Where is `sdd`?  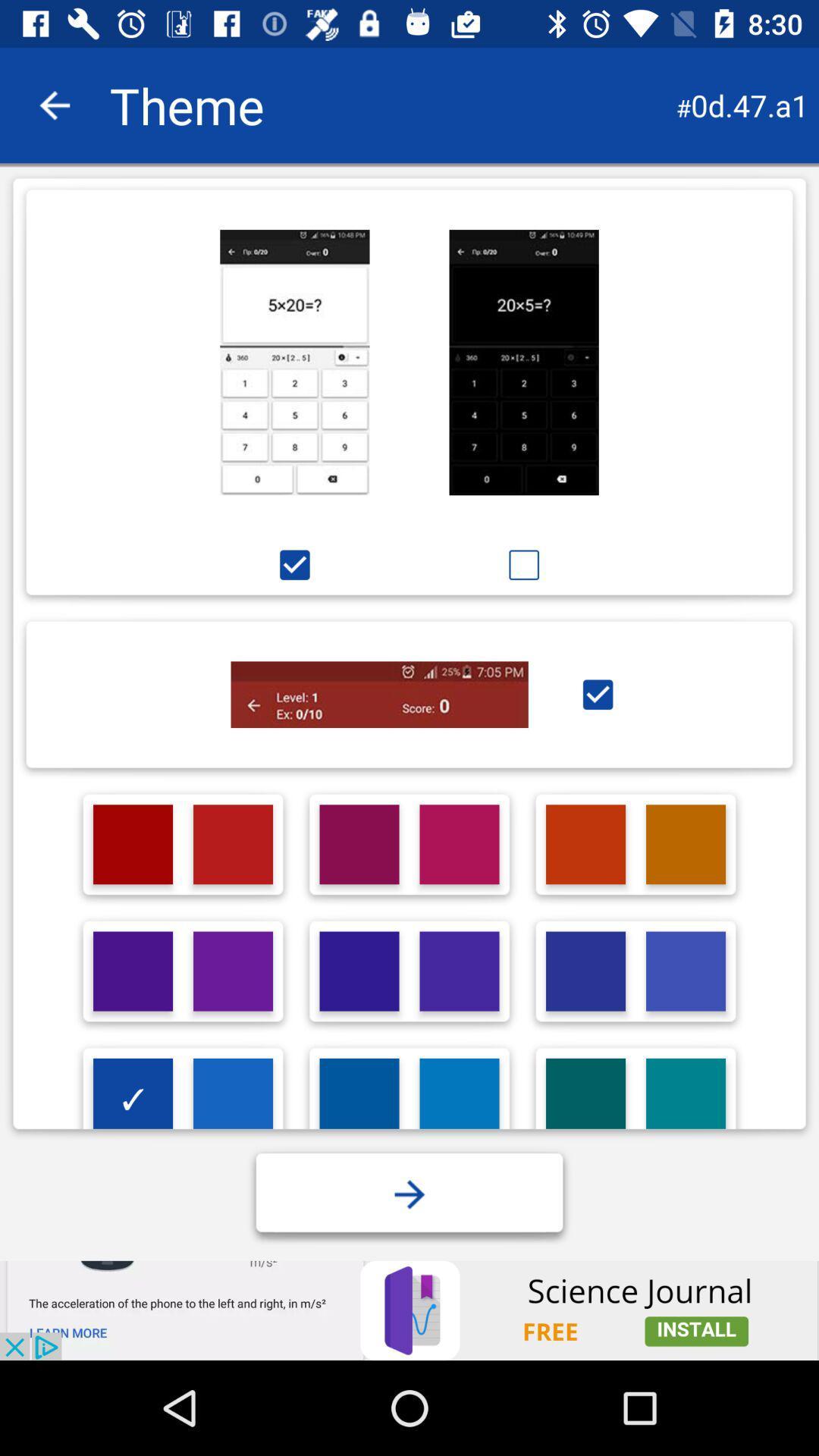
sdd is located at coordinates (359, 1098).